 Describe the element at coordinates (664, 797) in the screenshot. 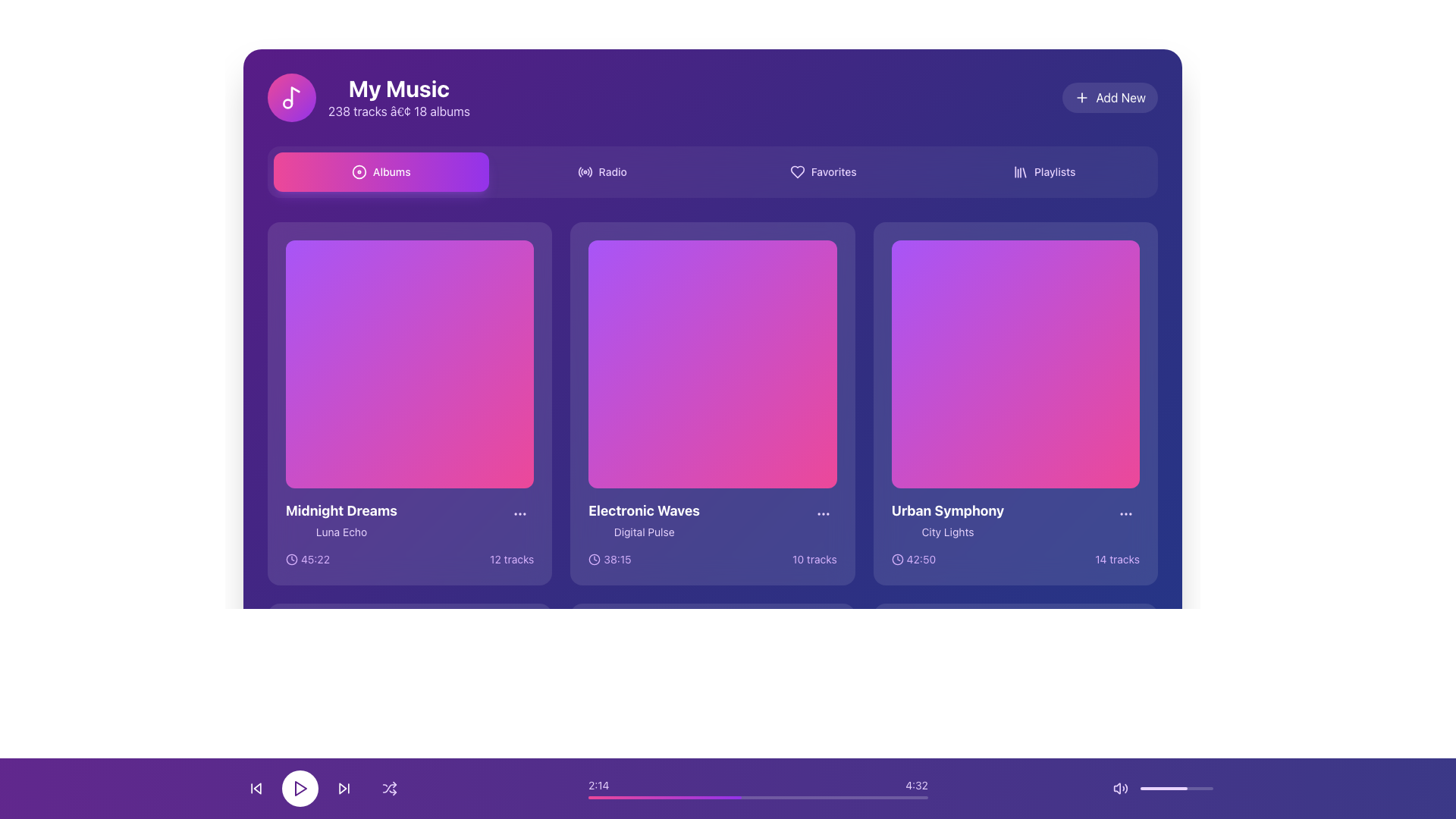

I see `the progress indication bar segment located at the bottom of the page to seek through the media content` at that location.